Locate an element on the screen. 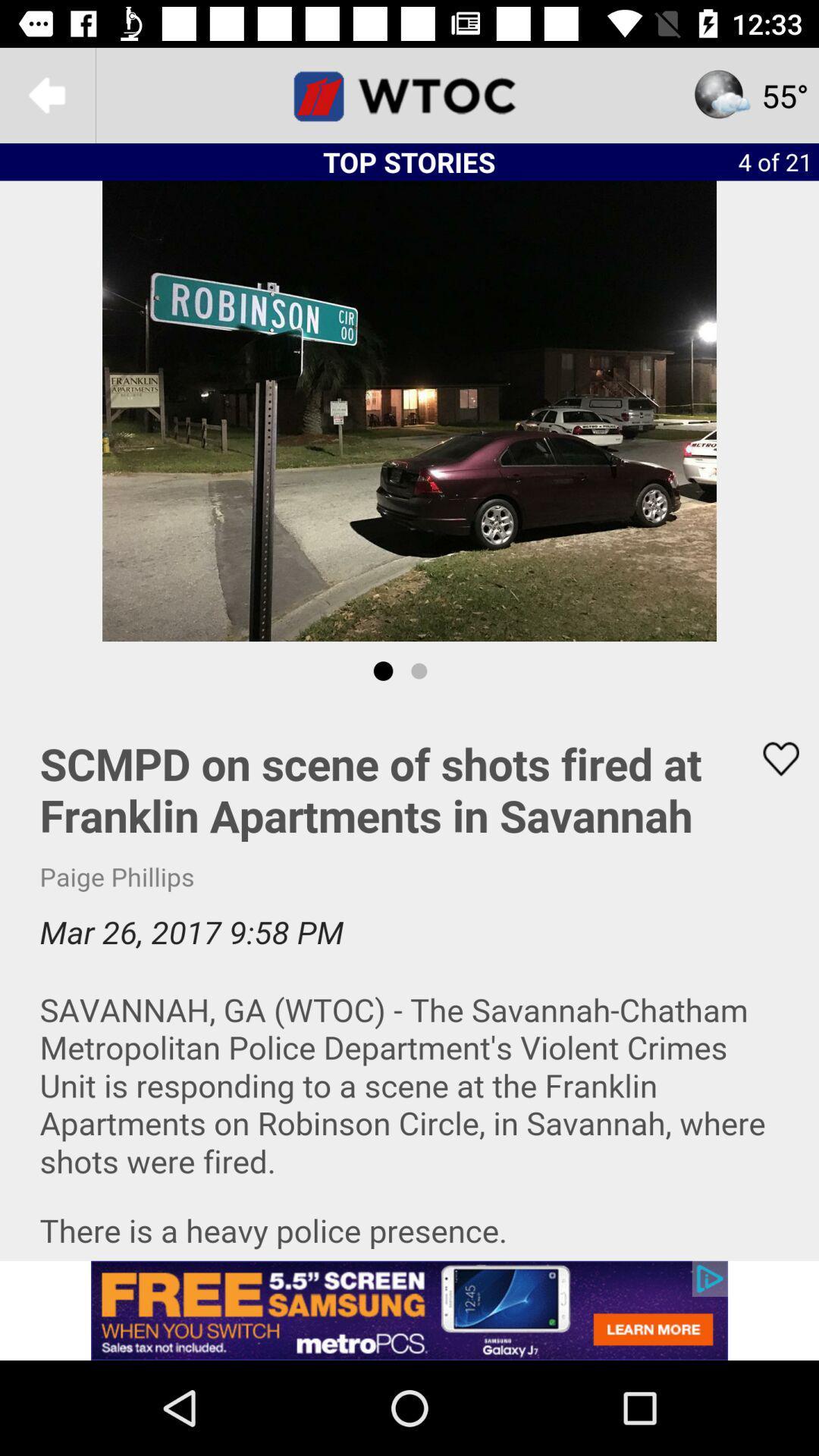  the arrow_backward icon is located at coordinates (46, 94).